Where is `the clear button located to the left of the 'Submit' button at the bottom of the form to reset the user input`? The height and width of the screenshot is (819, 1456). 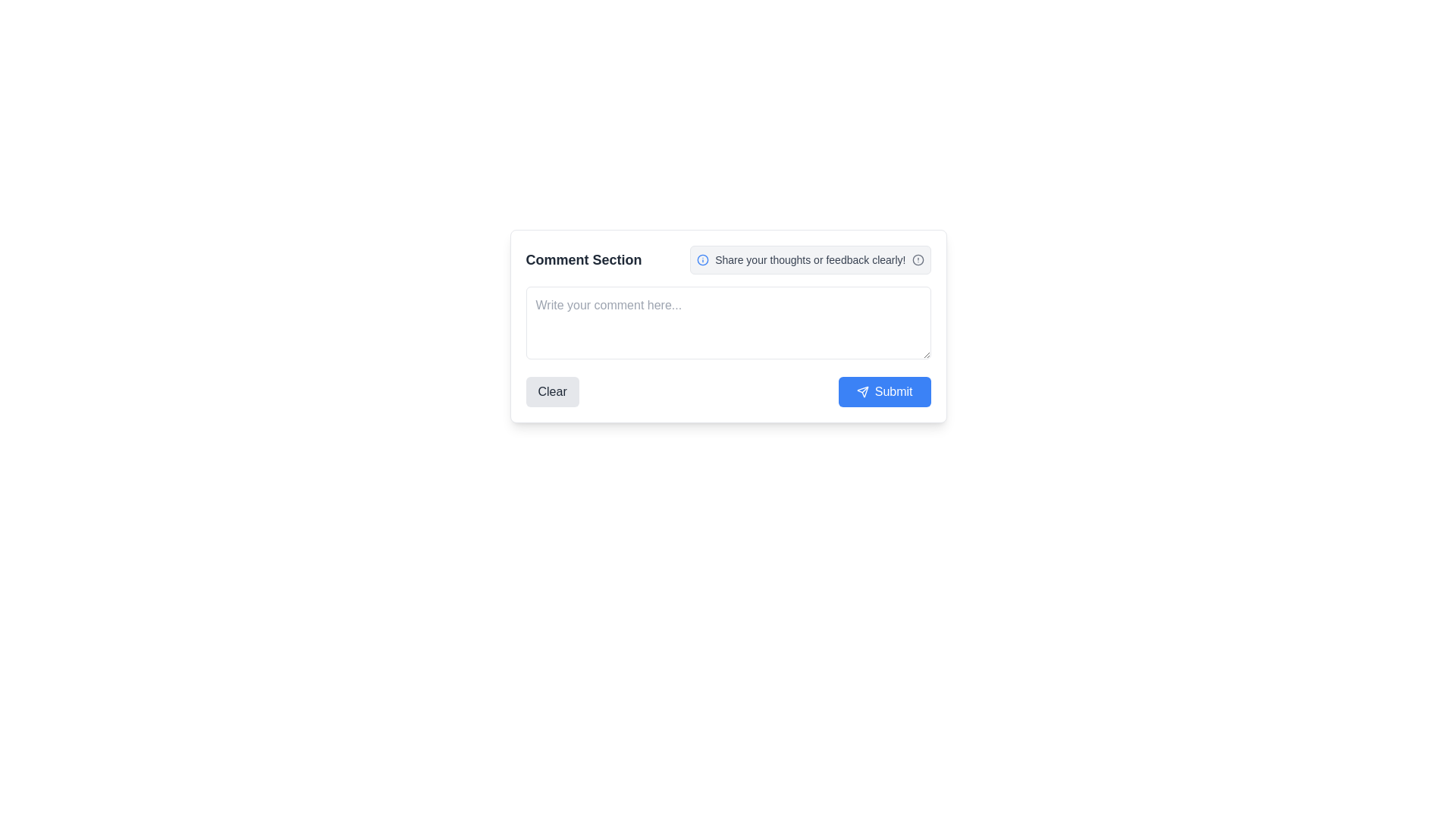
the clear button located to the left of the 'Submit' button at the bottom of the form to reset the user input is located at coordinates (551, 391).